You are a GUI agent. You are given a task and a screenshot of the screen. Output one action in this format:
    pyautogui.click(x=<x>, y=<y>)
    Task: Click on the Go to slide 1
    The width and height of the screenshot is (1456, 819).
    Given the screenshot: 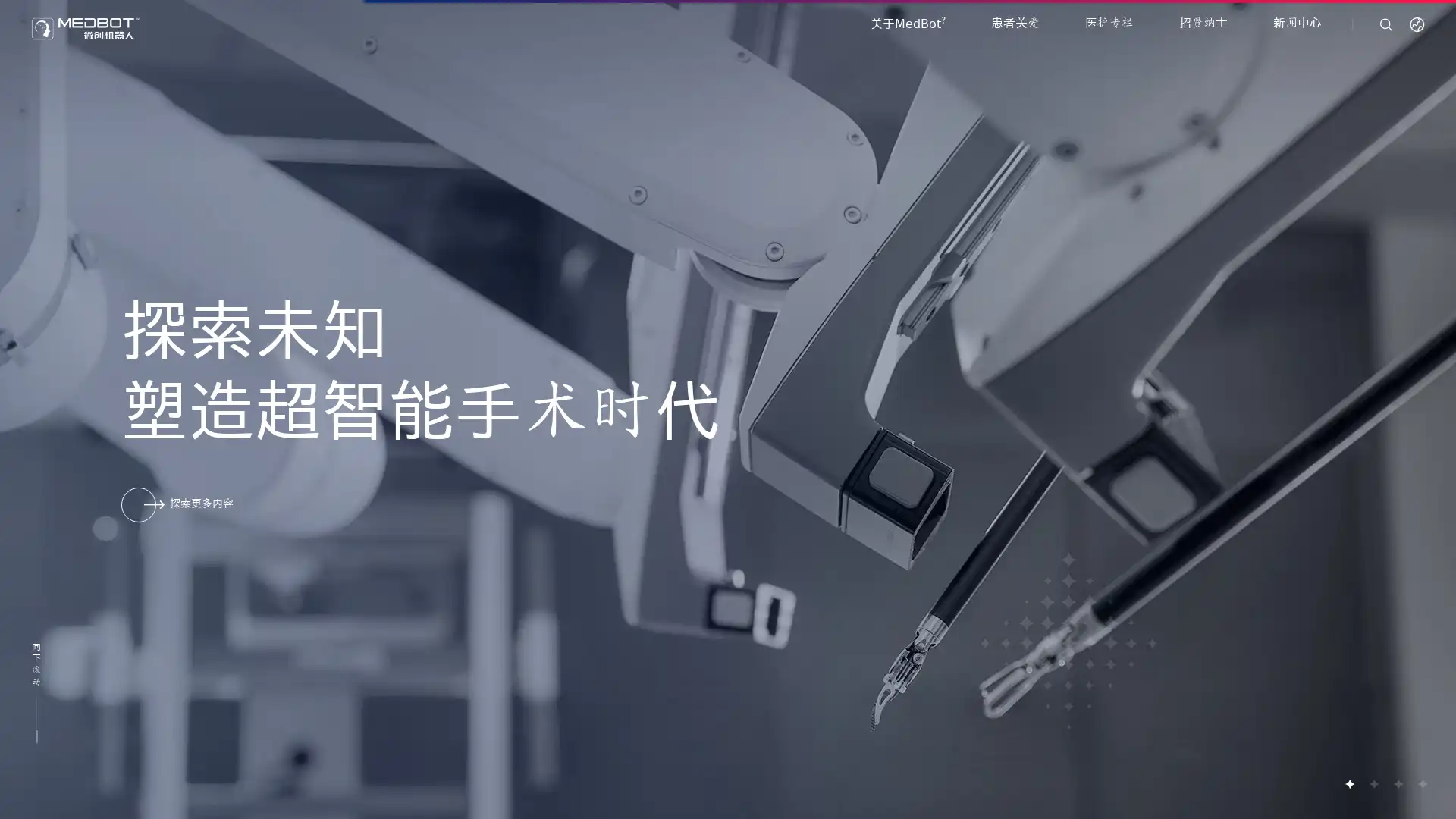 What is the action you would take?
    pyautogui.click(x=1349, y=783)
    